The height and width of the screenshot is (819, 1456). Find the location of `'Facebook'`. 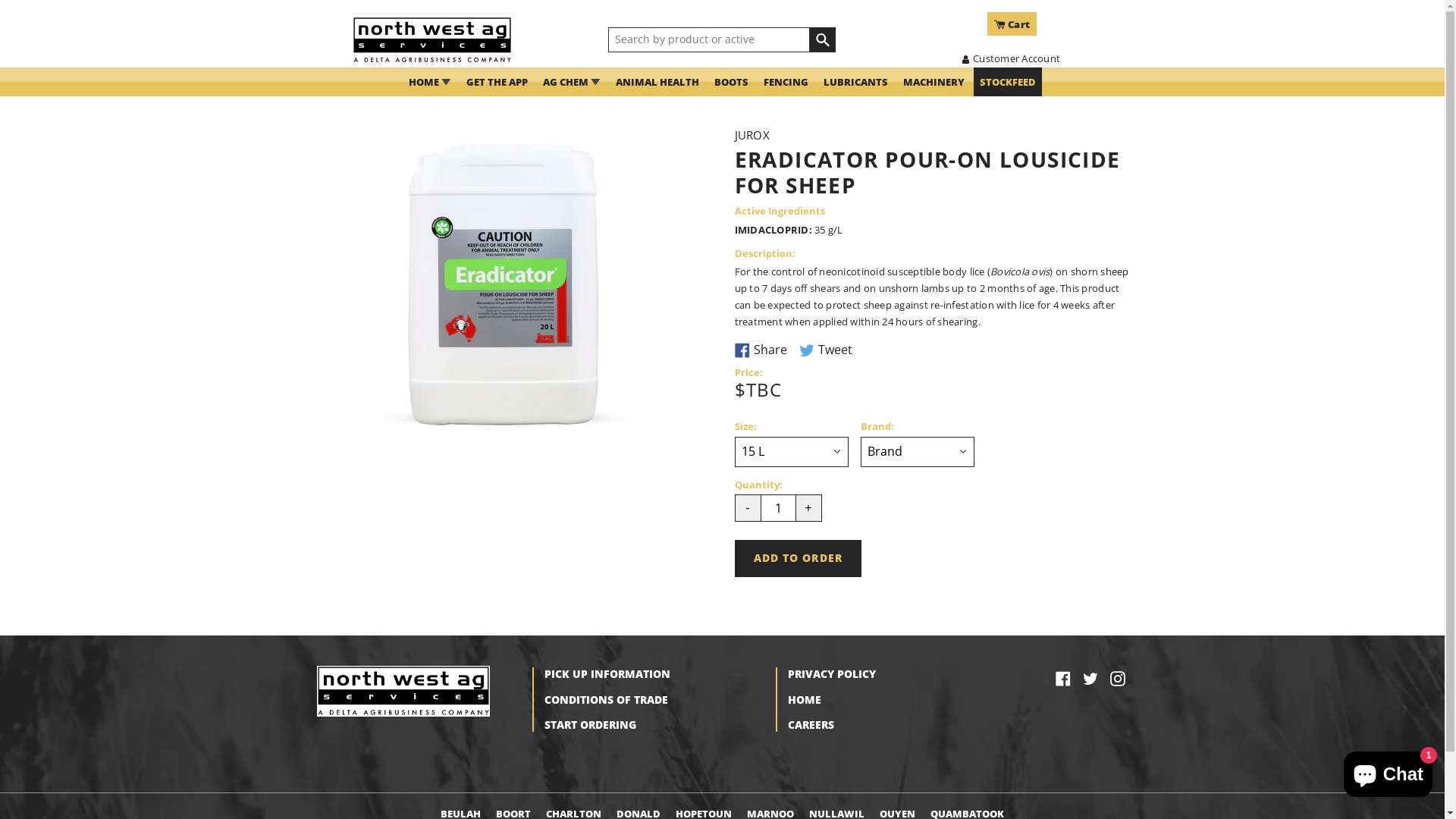

'Facebook' is located at coordinates (1062, 676).